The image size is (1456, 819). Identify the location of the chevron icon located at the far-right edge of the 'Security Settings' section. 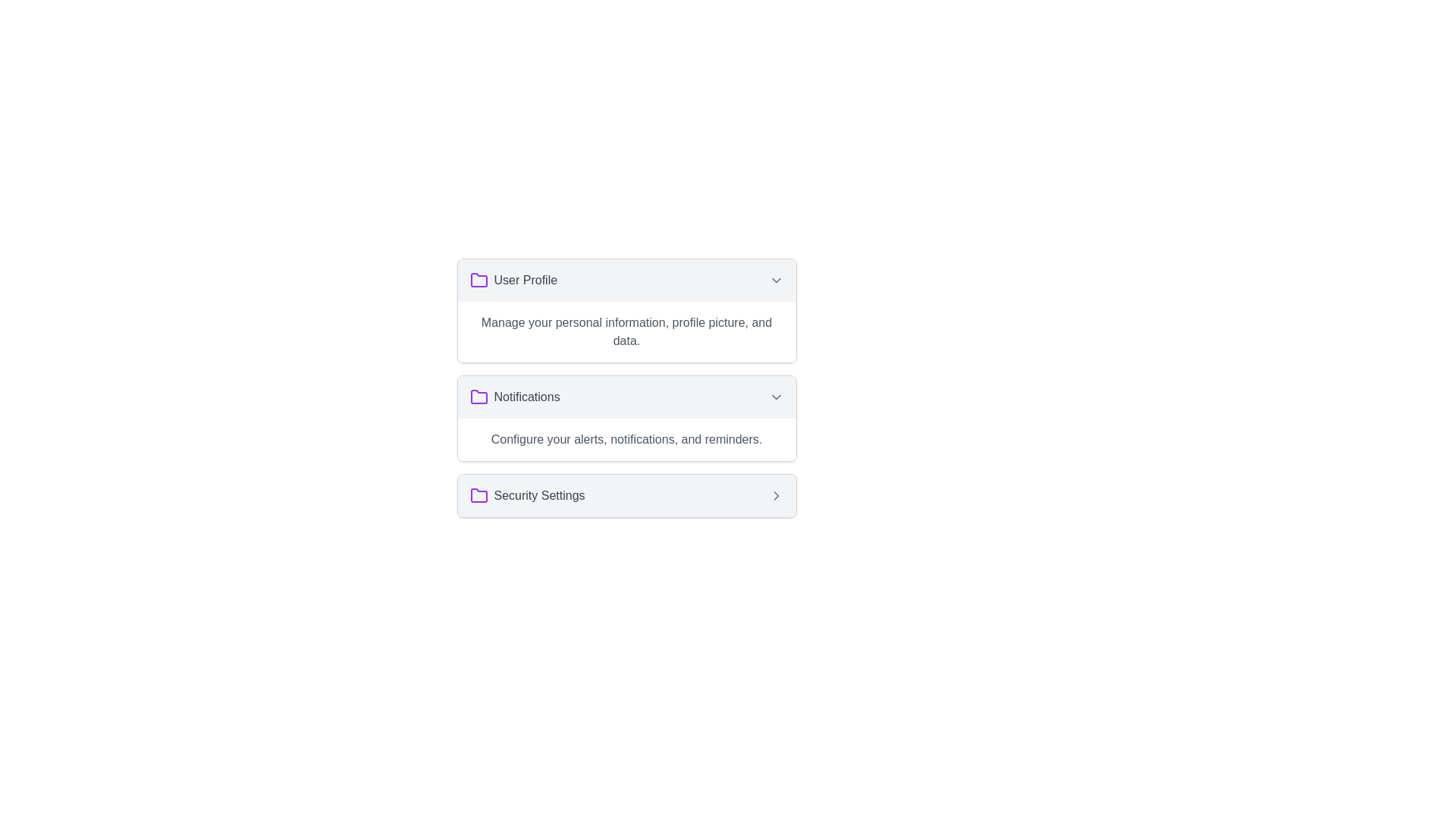
(776, 496).